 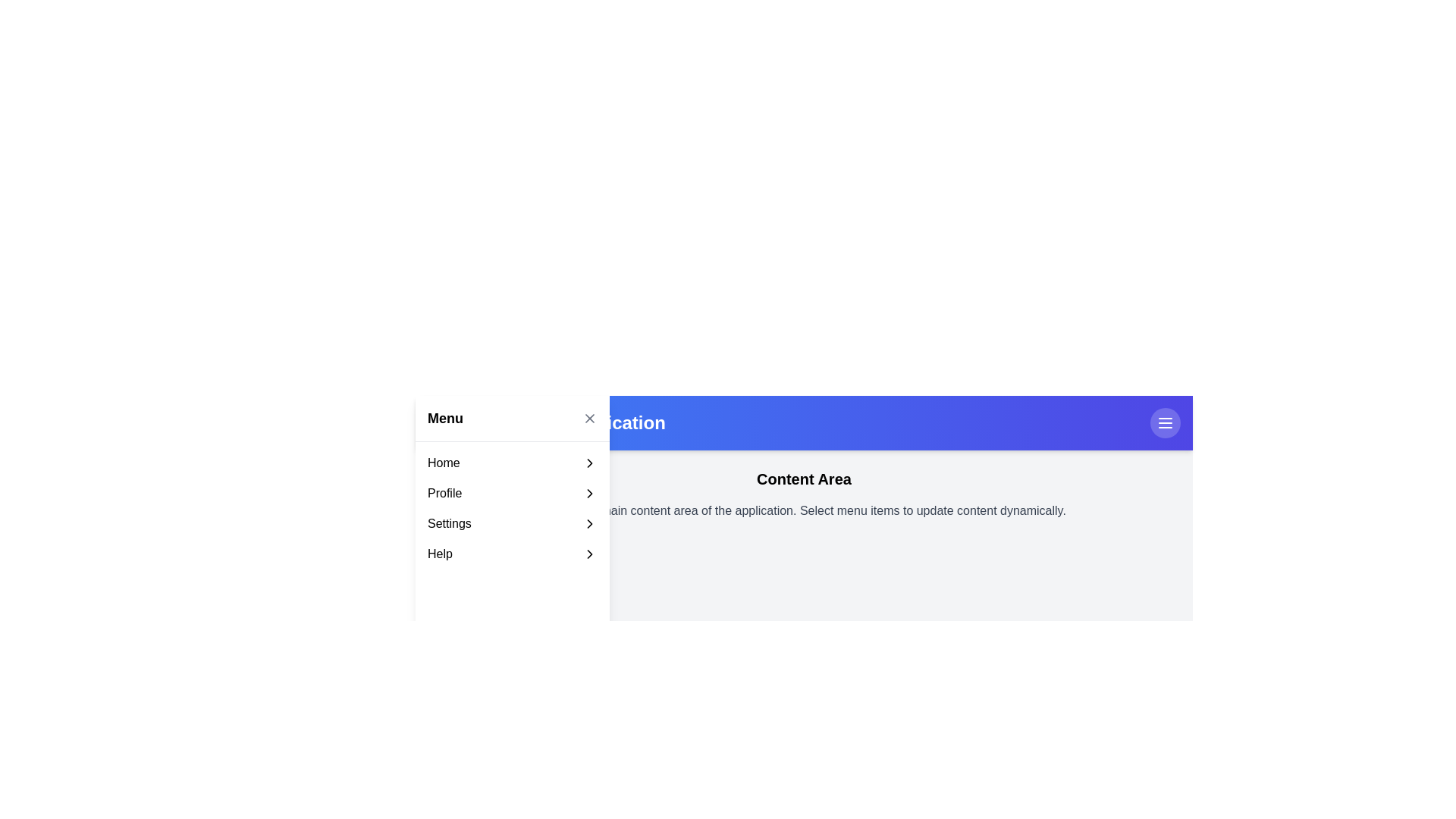 I want to click on the rightward-pointing chevron icon within the 'Profile' interactive row of the vertical menu, so click(x=588, y=494).